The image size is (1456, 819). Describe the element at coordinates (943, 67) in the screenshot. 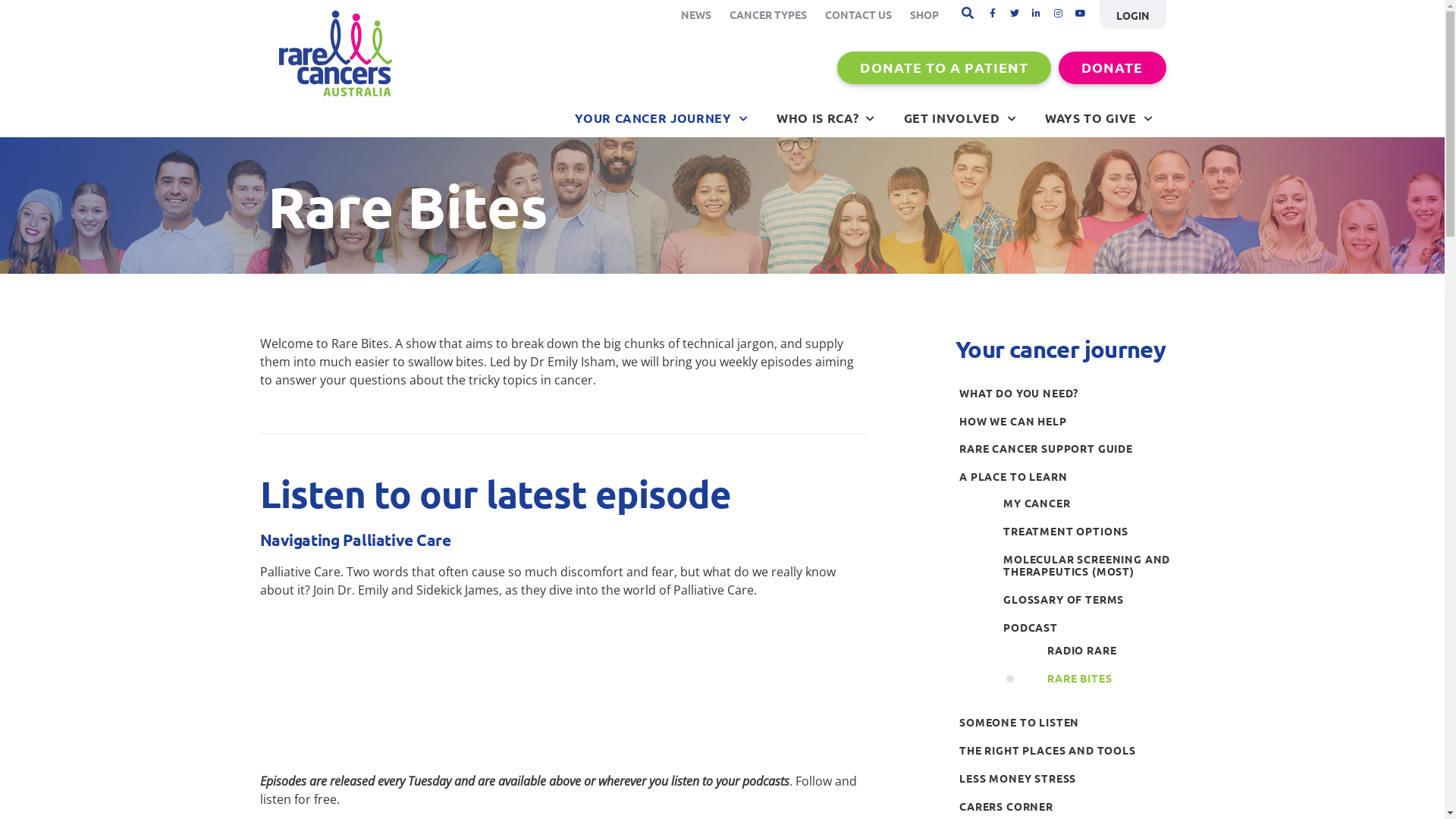

I see `'DONATE TO A PATIENT'` at that location.